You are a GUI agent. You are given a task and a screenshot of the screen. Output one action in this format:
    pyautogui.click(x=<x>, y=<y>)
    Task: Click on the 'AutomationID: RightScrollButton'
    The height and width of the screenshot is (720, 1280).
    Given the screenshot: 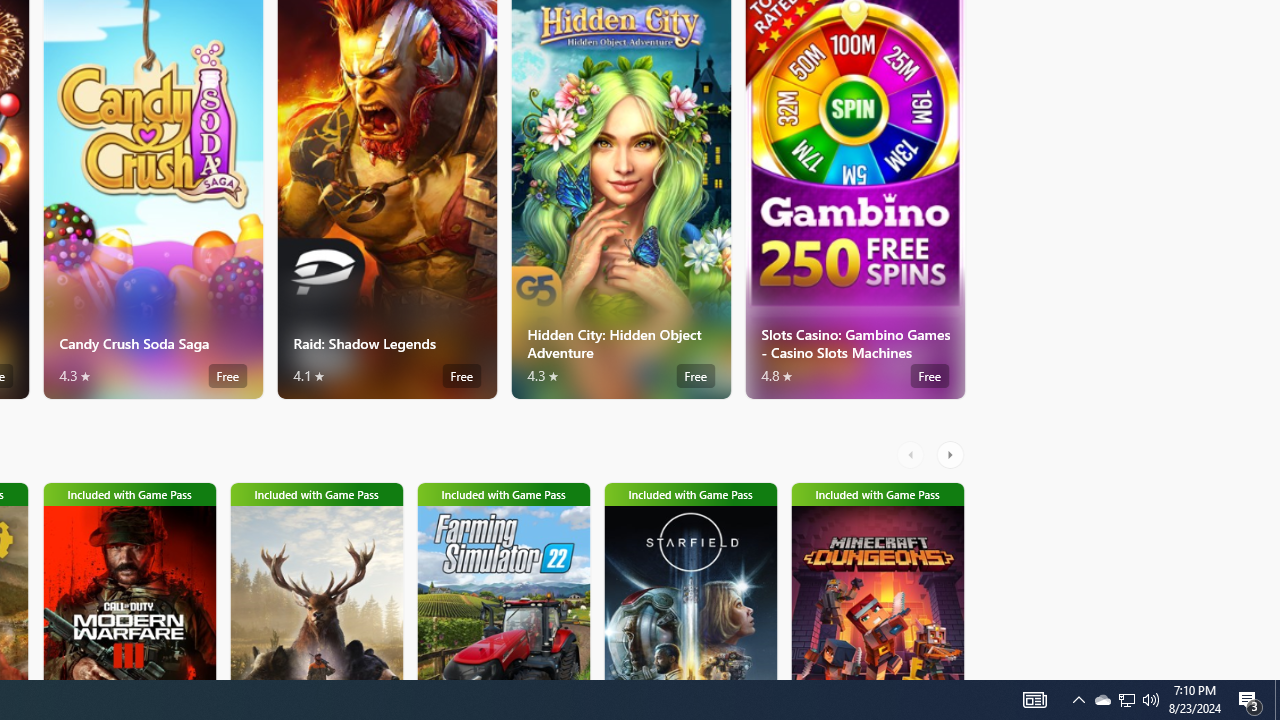 What is the action you would take?
    pyautogui.click(x=951, y=455)
    